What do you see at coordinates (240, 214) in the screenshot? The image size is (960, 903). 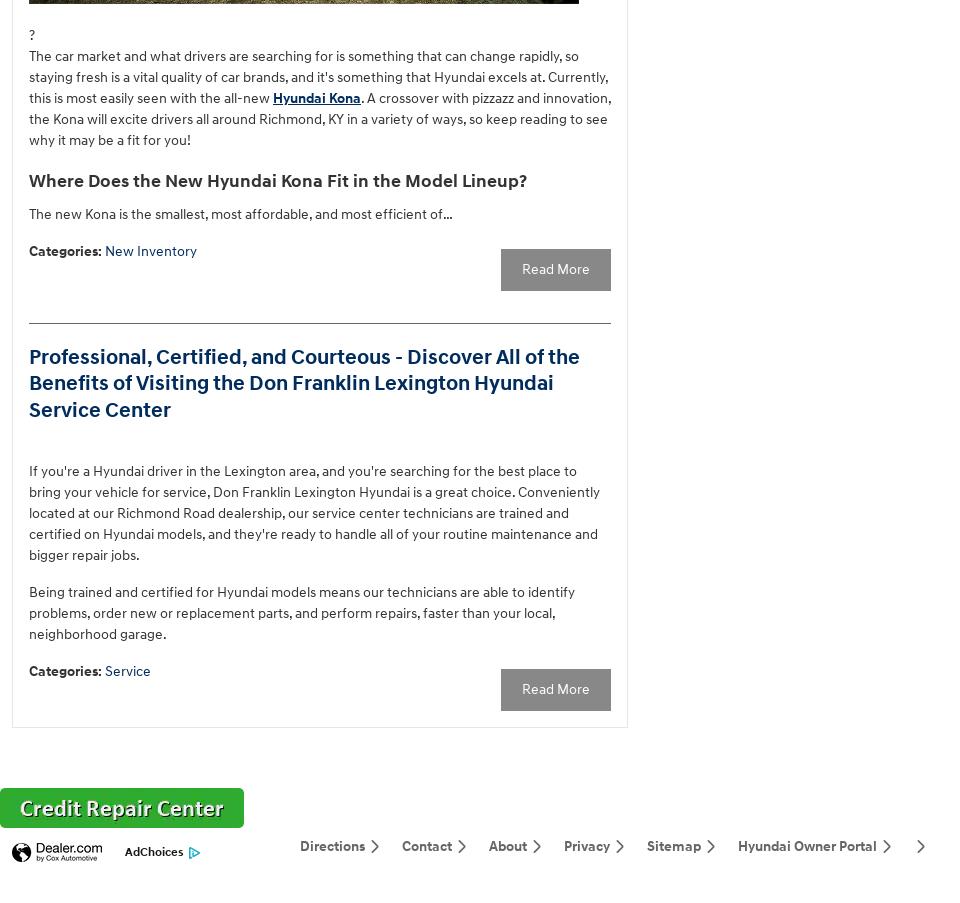 I see `'The new Kona is the smallest, most affordable, and most efficient of…'` at bounding box center [240, 214].